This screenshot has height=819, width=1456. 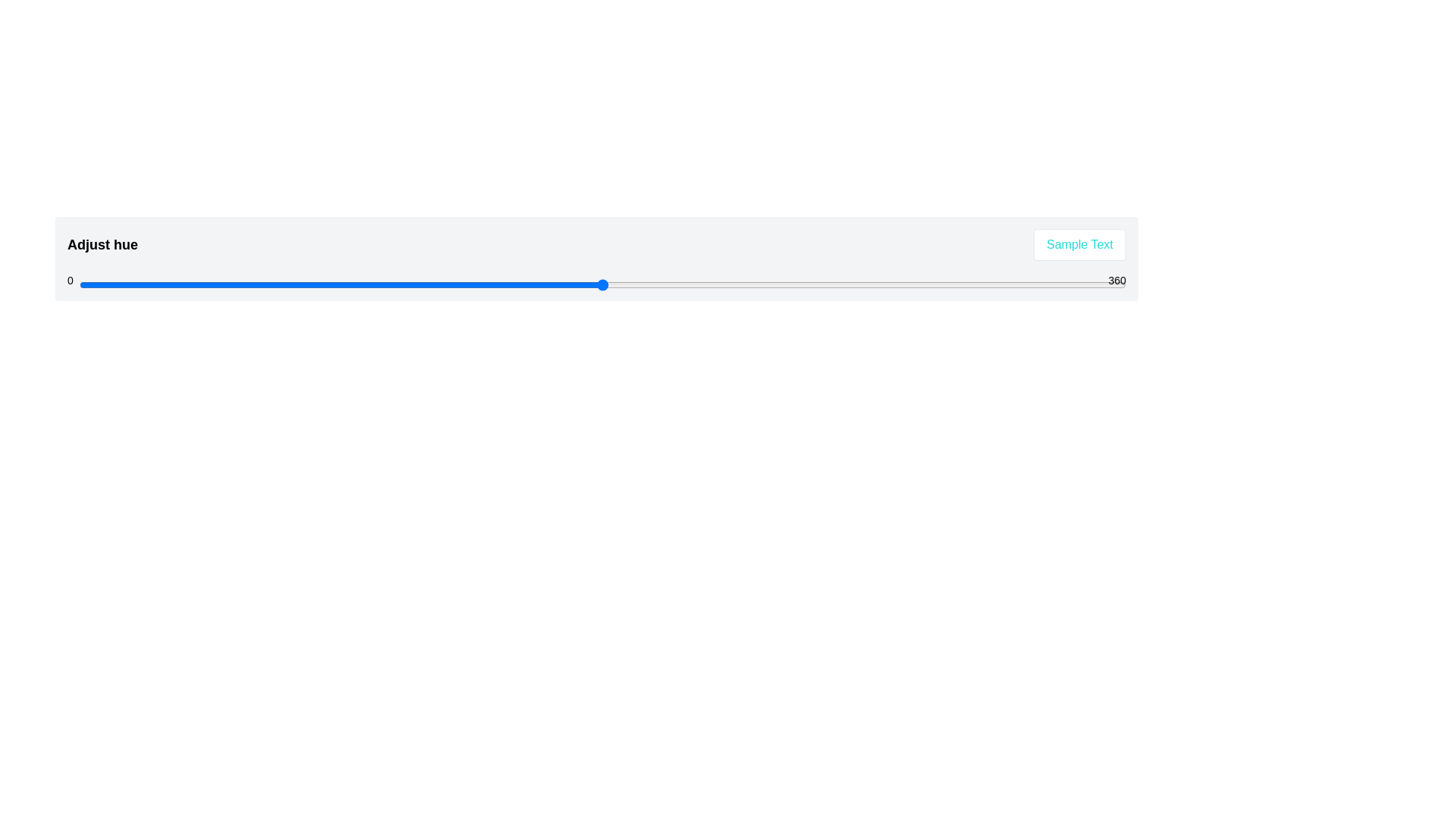 I want to click on the hue slider to set the hue value to 253, so click(x=814, y=284).